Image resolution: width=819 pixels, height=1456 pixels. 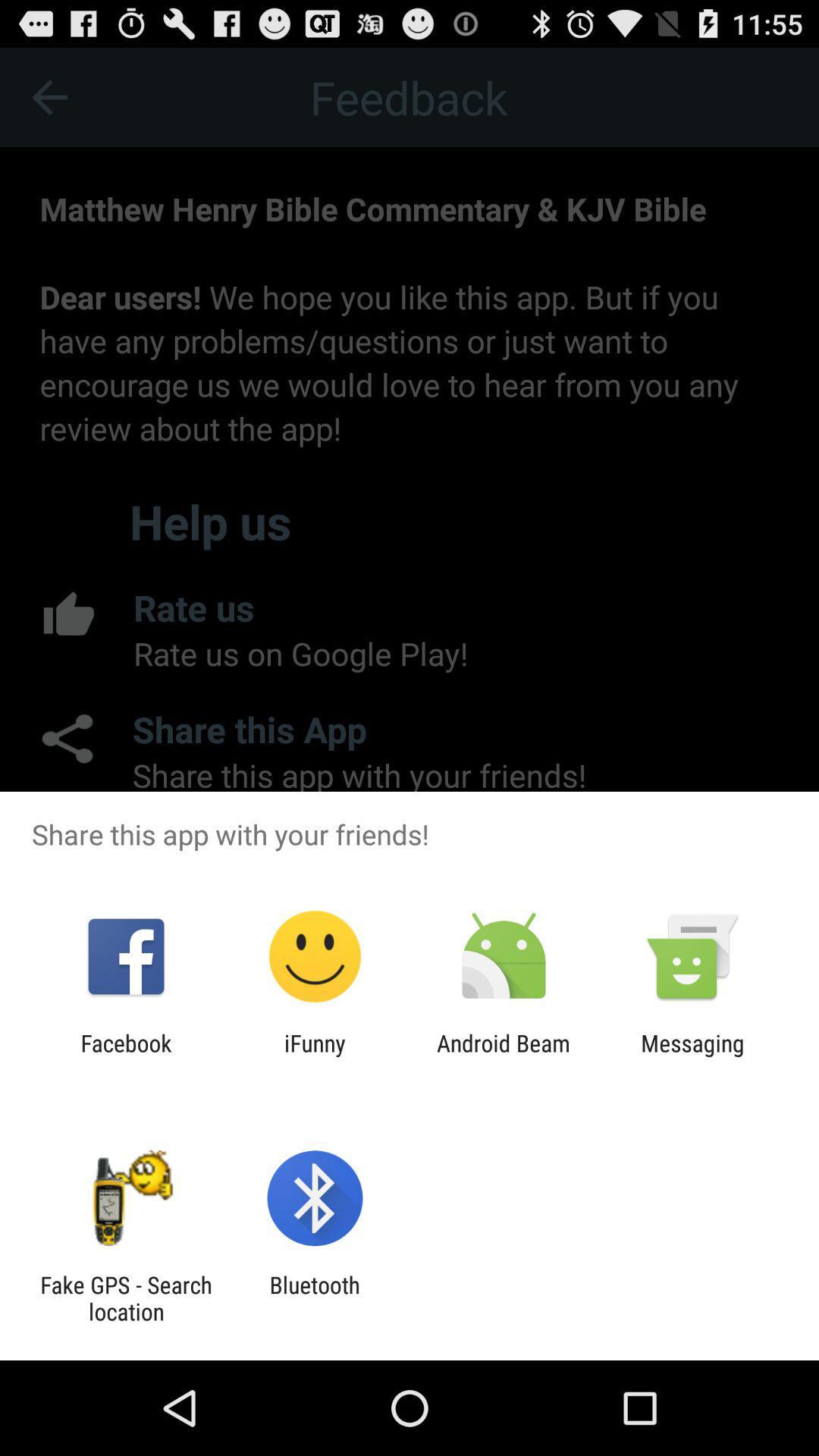 I want to click on the bluetooth app, so click(x=314, y=1298).